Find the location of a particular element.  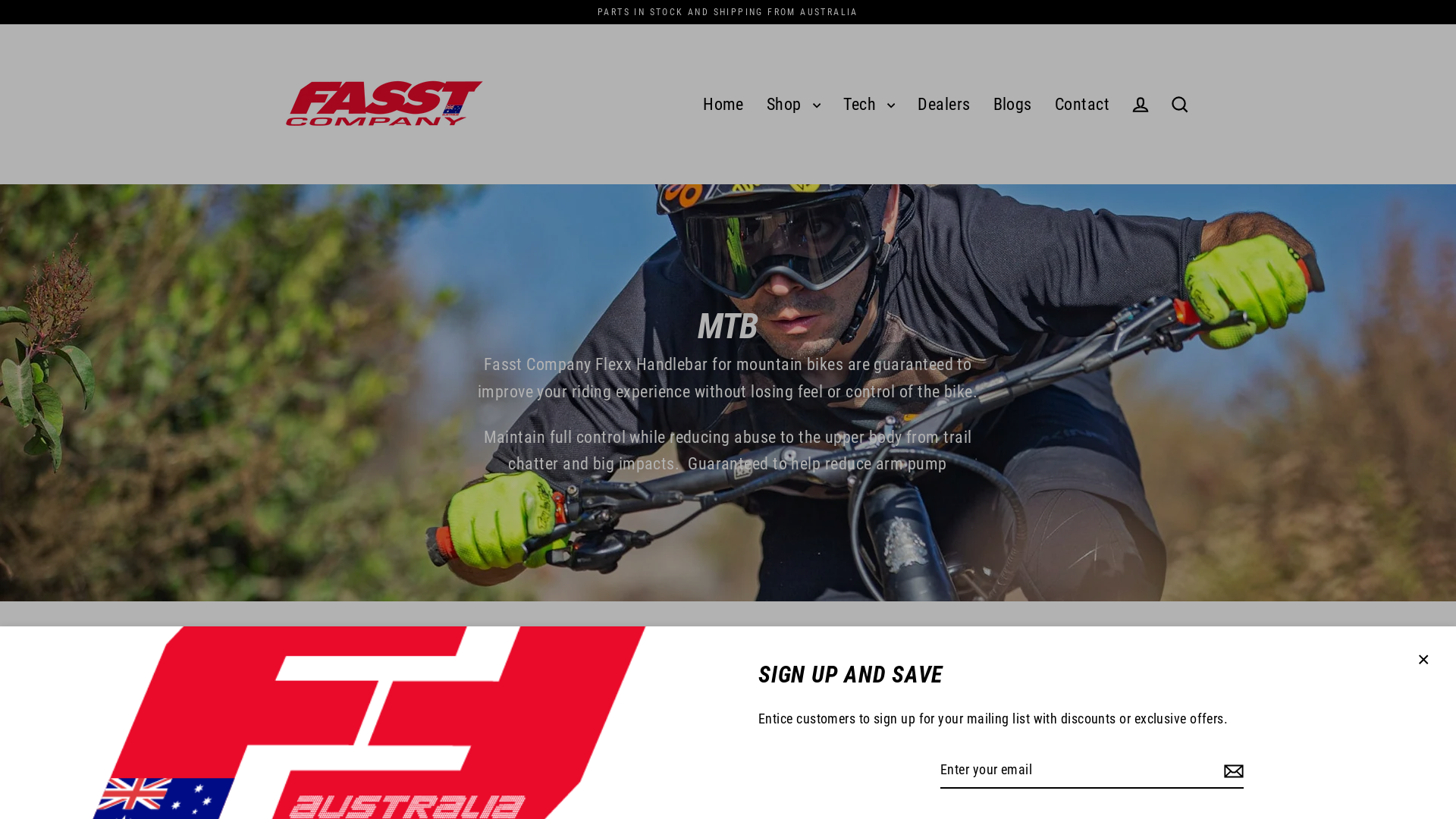

'Dealers' is located at coordinates (943, 104).